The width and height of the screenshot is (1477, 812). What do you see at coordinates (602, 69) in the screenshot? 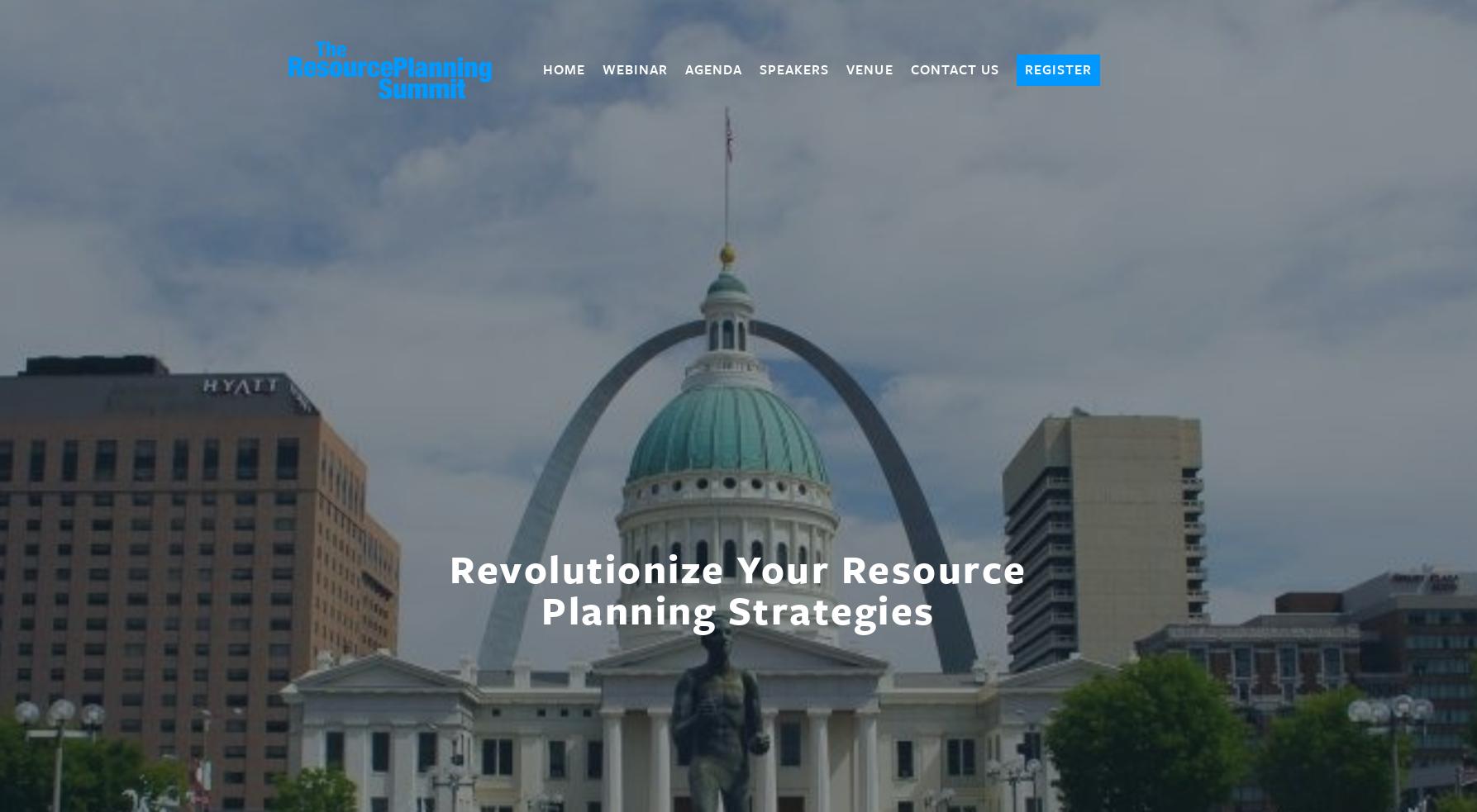
I see `'Webinar'` at bounding box center [602, 69].